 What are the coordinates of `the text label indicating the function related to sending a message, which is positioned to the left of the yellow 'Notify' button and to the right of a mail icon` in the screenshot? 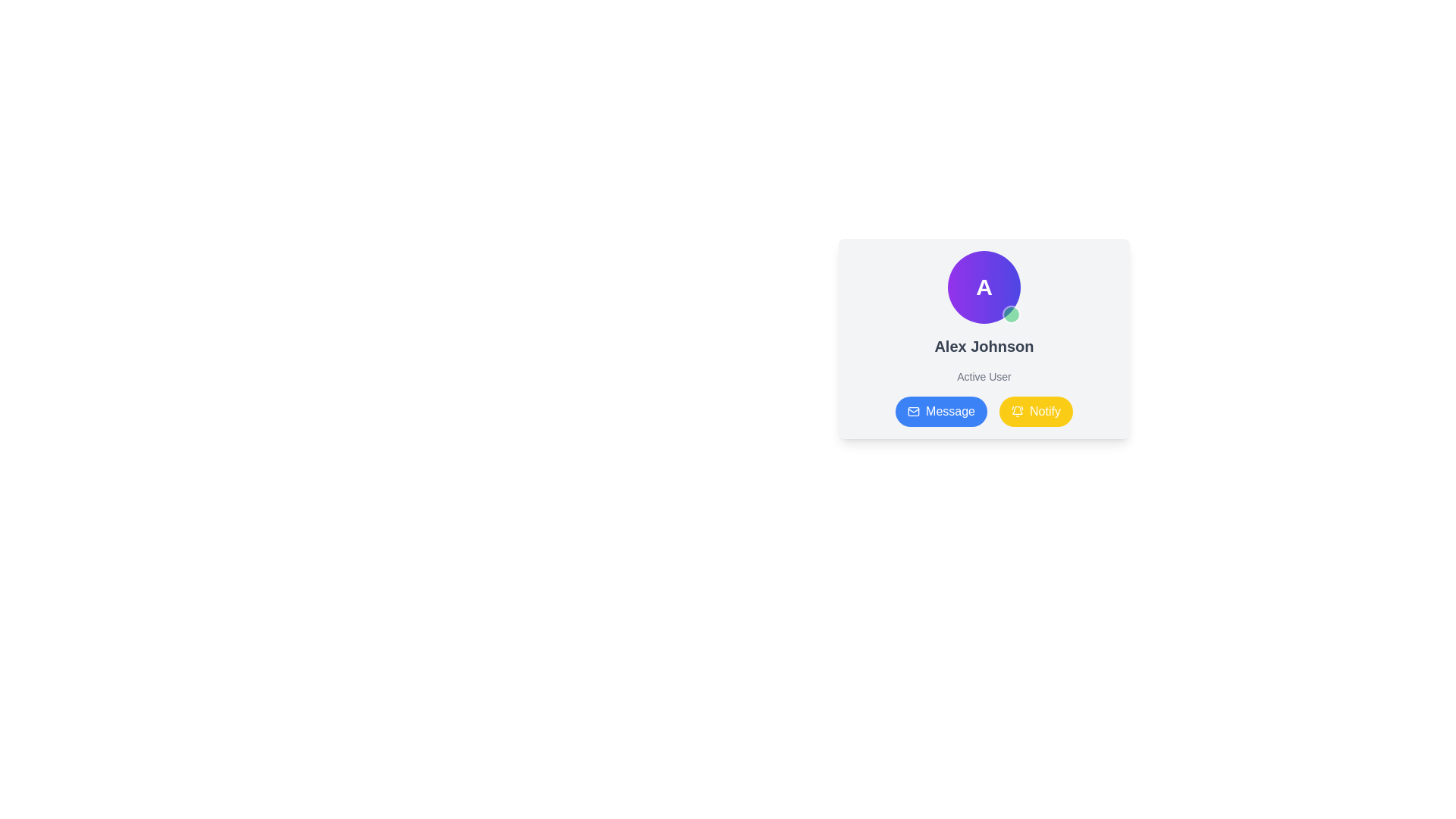 It's located at (949, 412).